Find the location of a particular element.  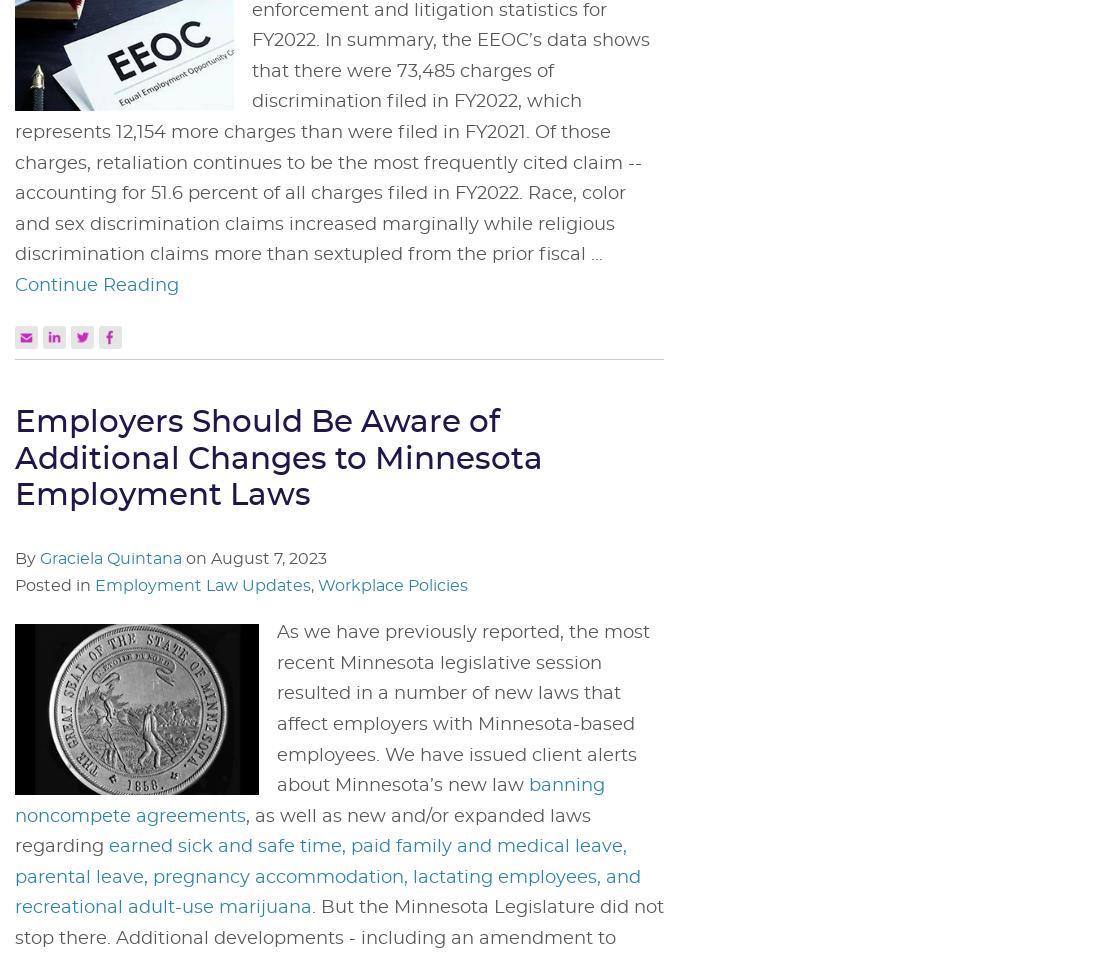

'Posted in' is located at coordinates (54, 585).